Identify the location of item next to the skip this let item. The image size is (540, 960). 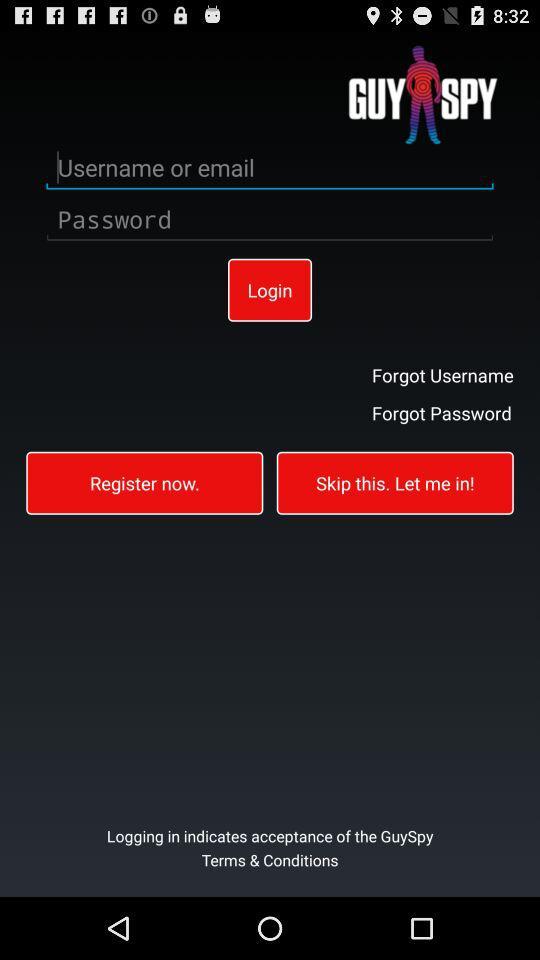
(143, 481).